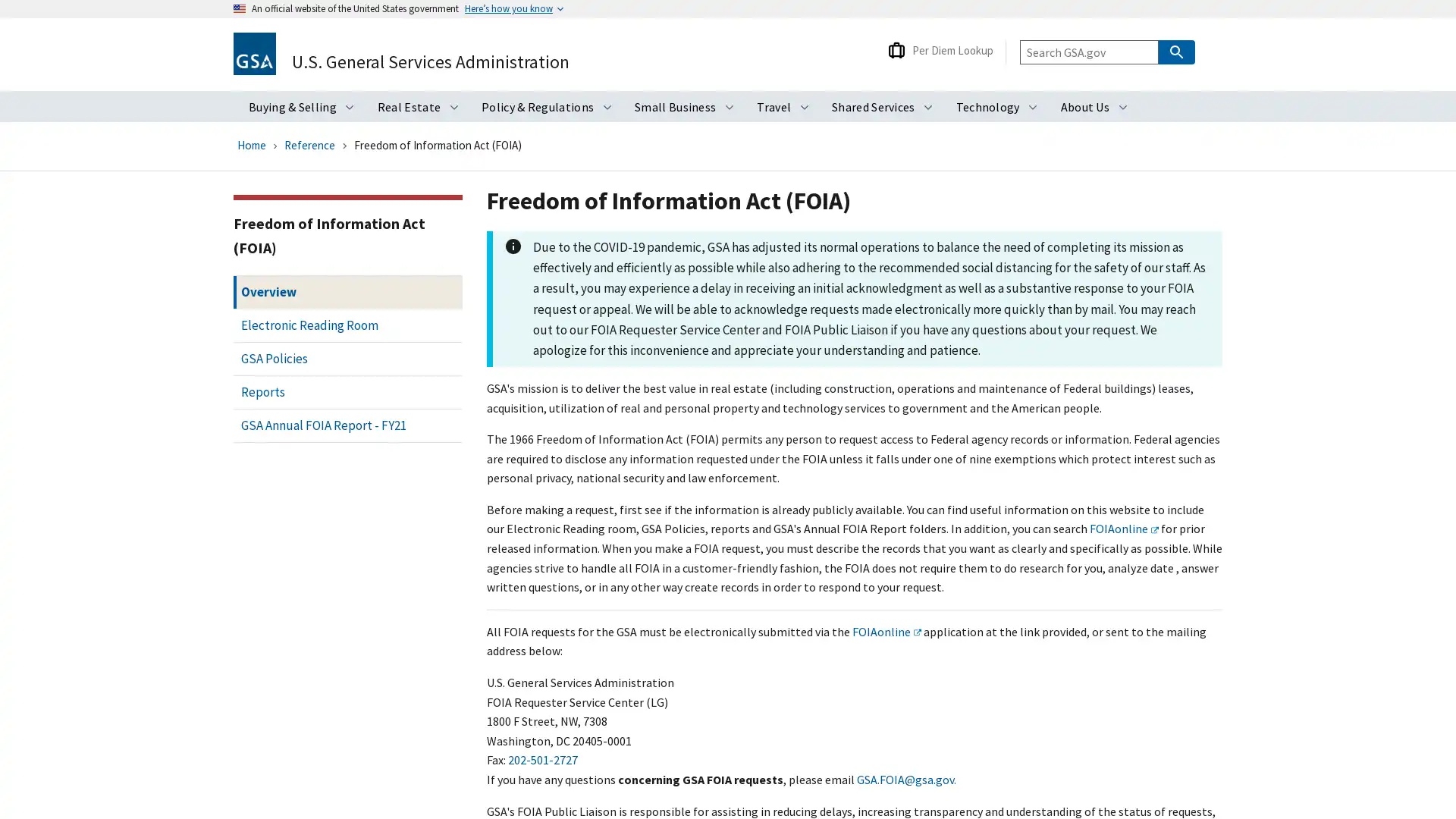  I want to click on Search, so click(1175, 52).